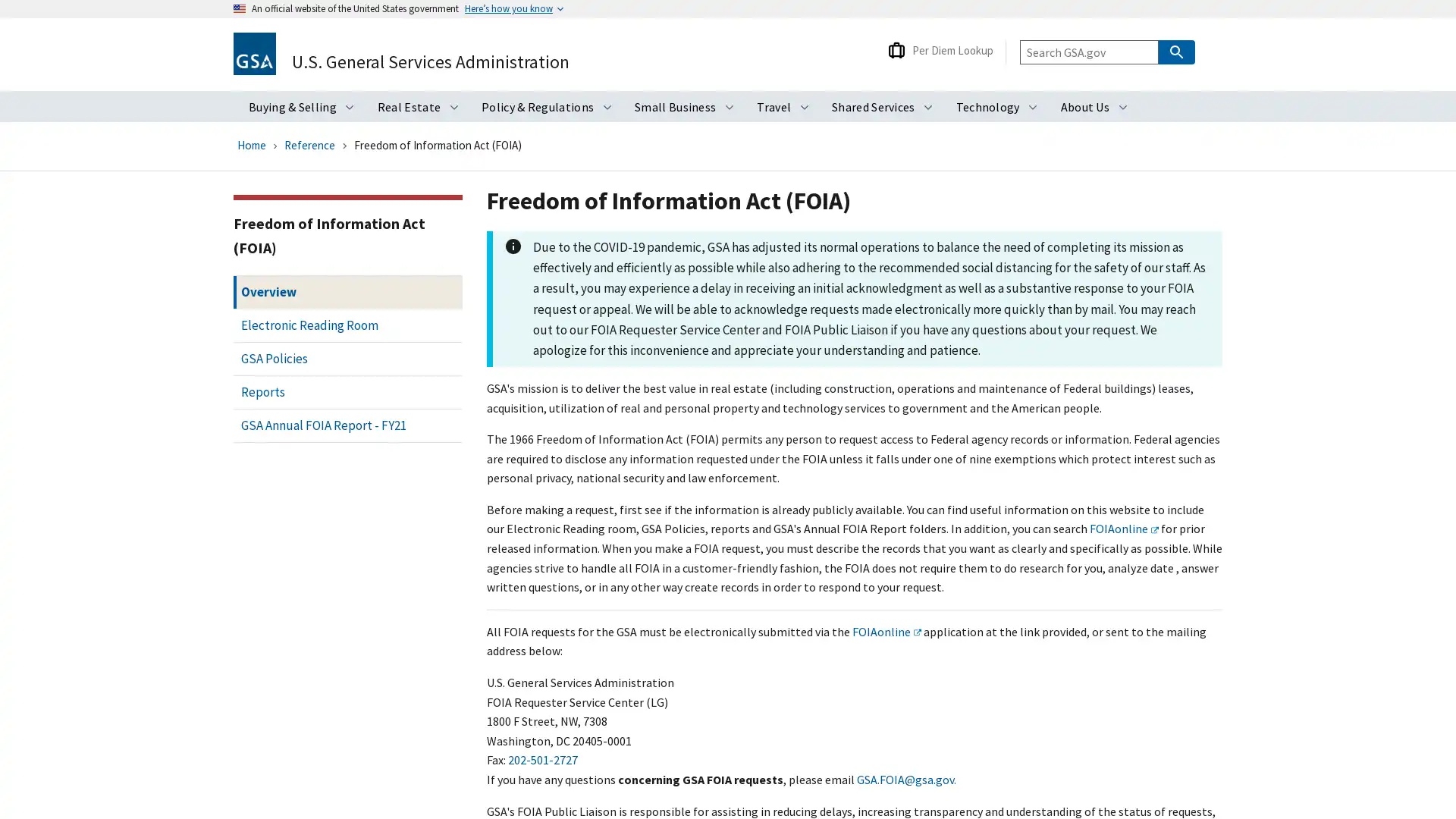  I want to click on Search, so click(1175, 52).